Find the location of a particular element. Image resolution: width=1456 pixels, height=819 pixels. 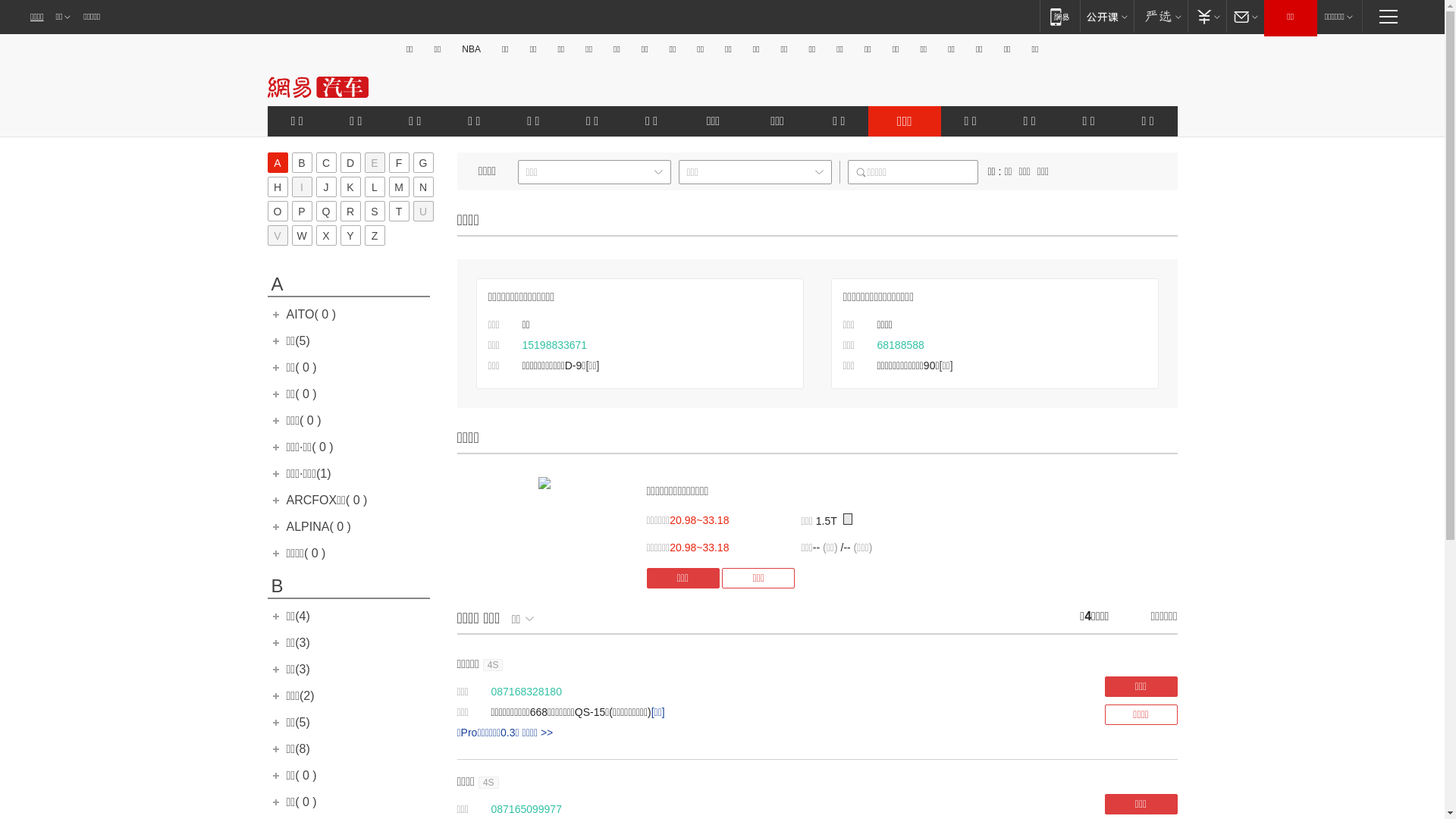

'E' is located at coordinates (374, 162).